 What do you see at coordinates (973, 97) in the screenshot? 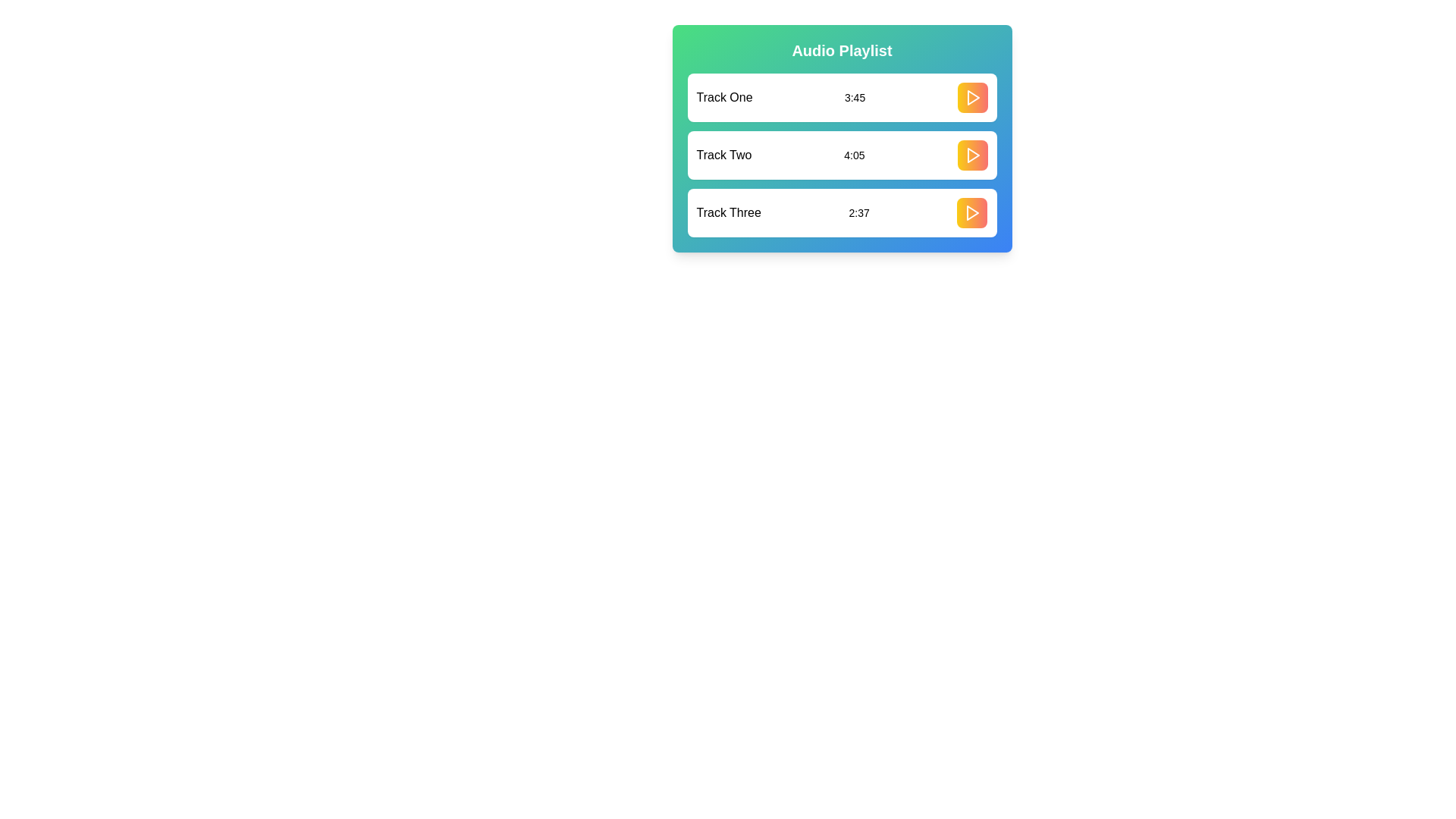
I see `the triangular 'play' icon with a gradient from orange to yellow, located within the button associated with 'Track One' in the playlist interface` at bounding box center [973, 97].